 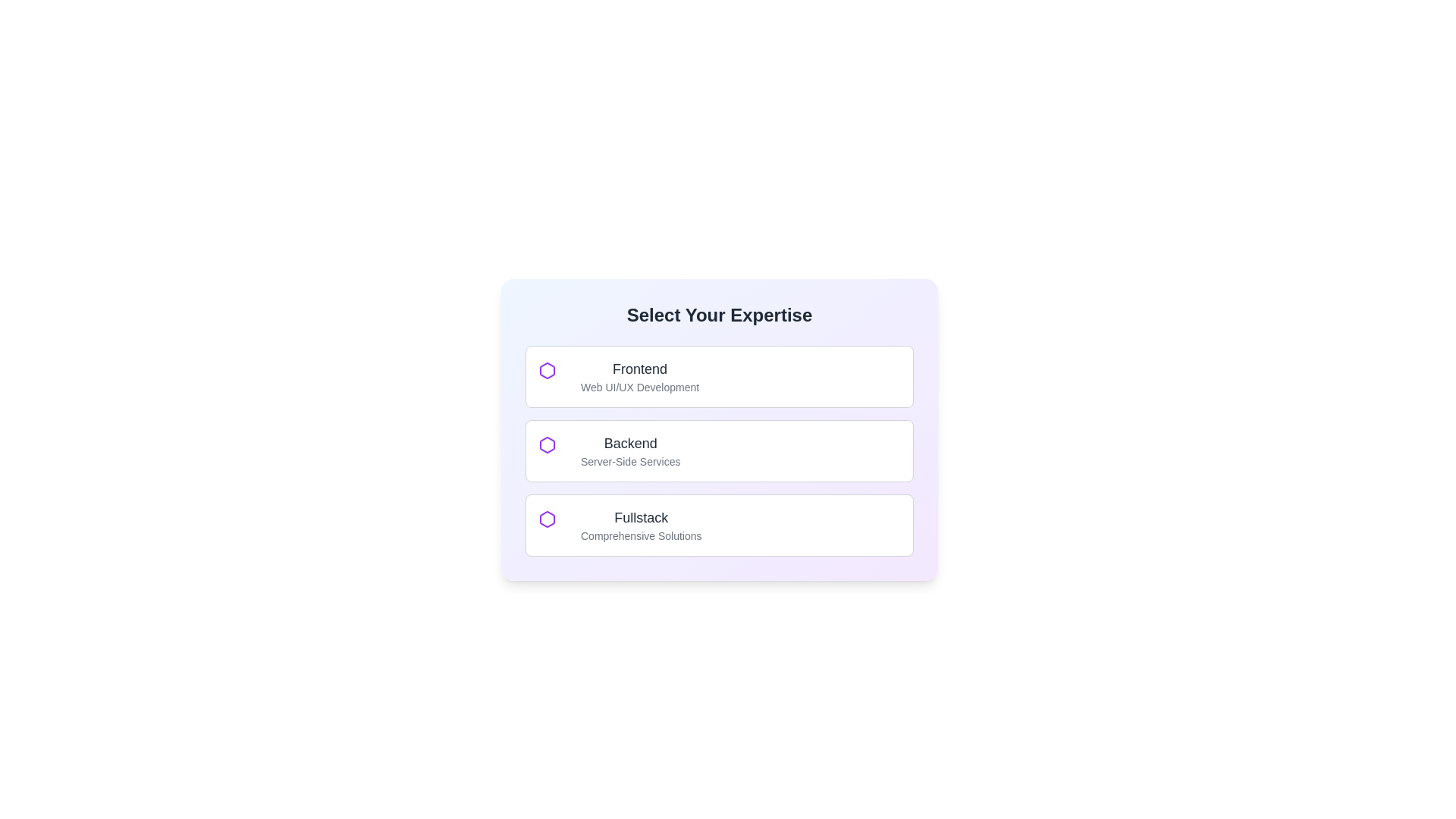 I want to click on the purple hexagon-shaped Decorative icon located at the top-left corner of the Frontend entry in the expertise selection panel, so click(x=552, y=376).